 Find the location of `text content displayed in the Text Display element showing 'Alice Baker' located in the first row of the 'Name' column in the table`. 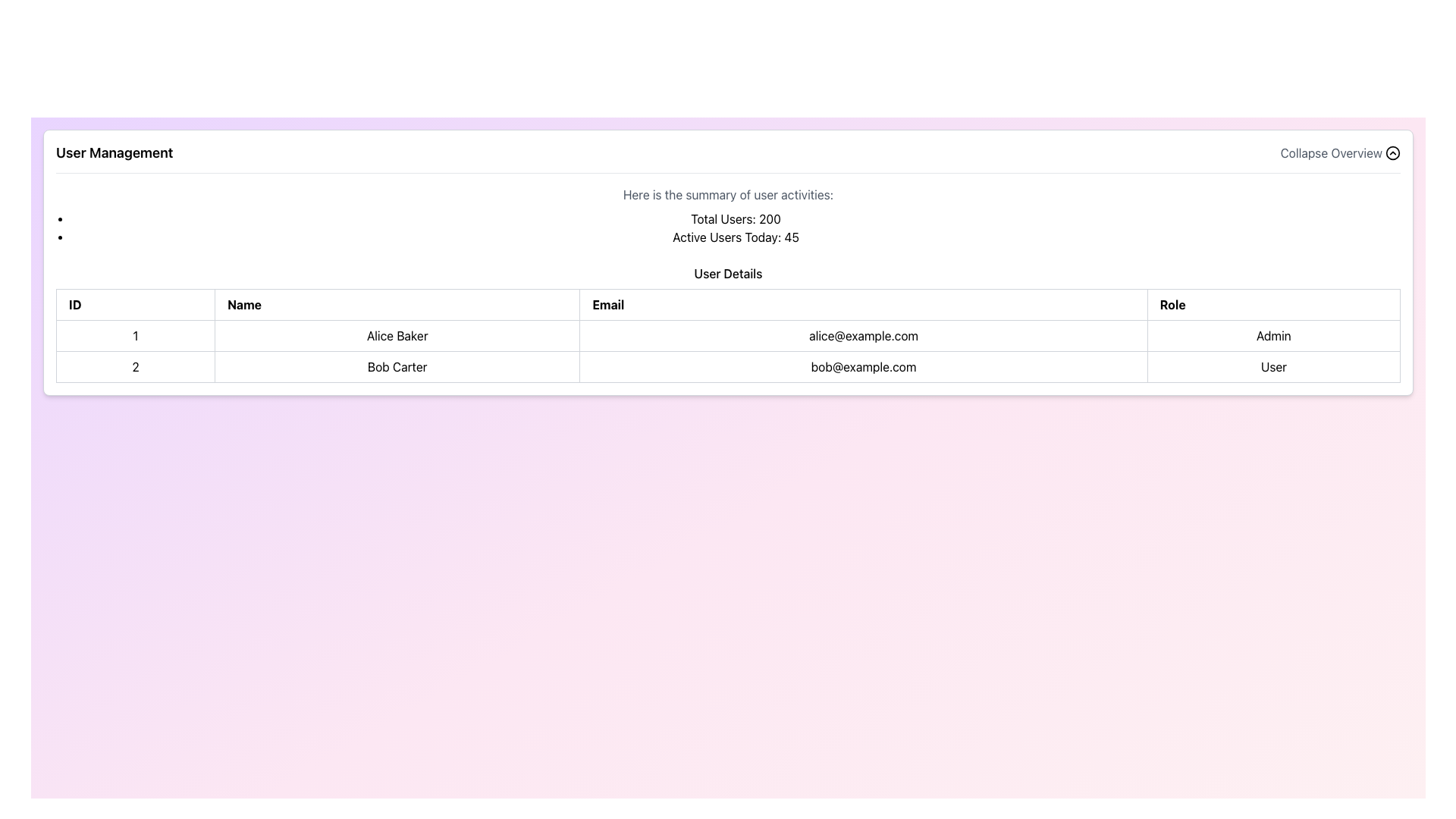

text content displayed in the Text Display element showing 'Alice Baker' located in the first row of the 'Name' column in the table is located at coordinates (397, 335).